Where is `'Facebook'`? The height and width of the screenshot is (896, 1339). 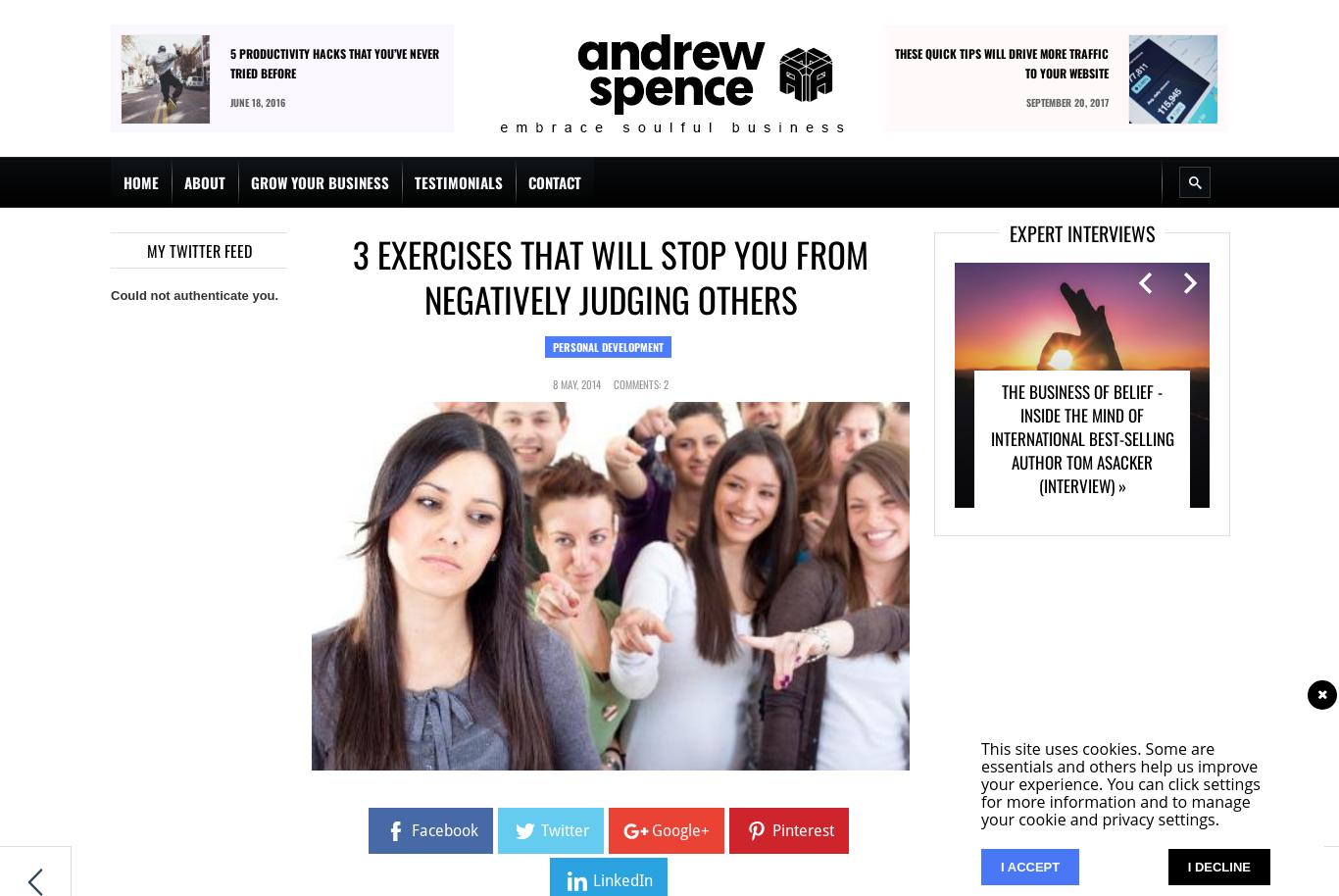
'Facebook' is located at coordinates (442, 830).